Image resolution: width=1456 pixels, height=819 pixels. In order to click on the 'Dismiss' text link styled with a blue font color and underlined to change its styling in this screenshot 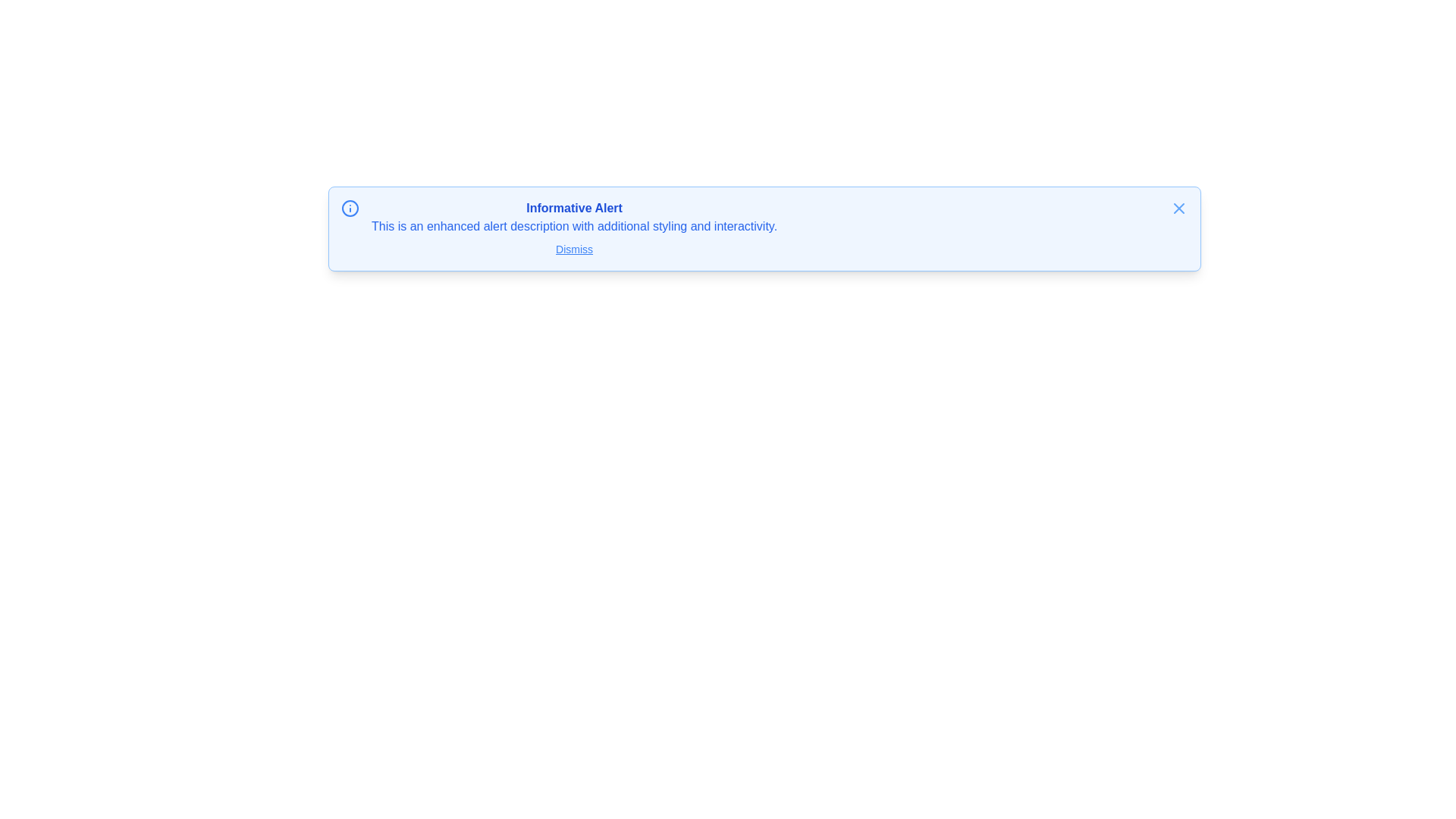, I will do `click(573, 248)`.